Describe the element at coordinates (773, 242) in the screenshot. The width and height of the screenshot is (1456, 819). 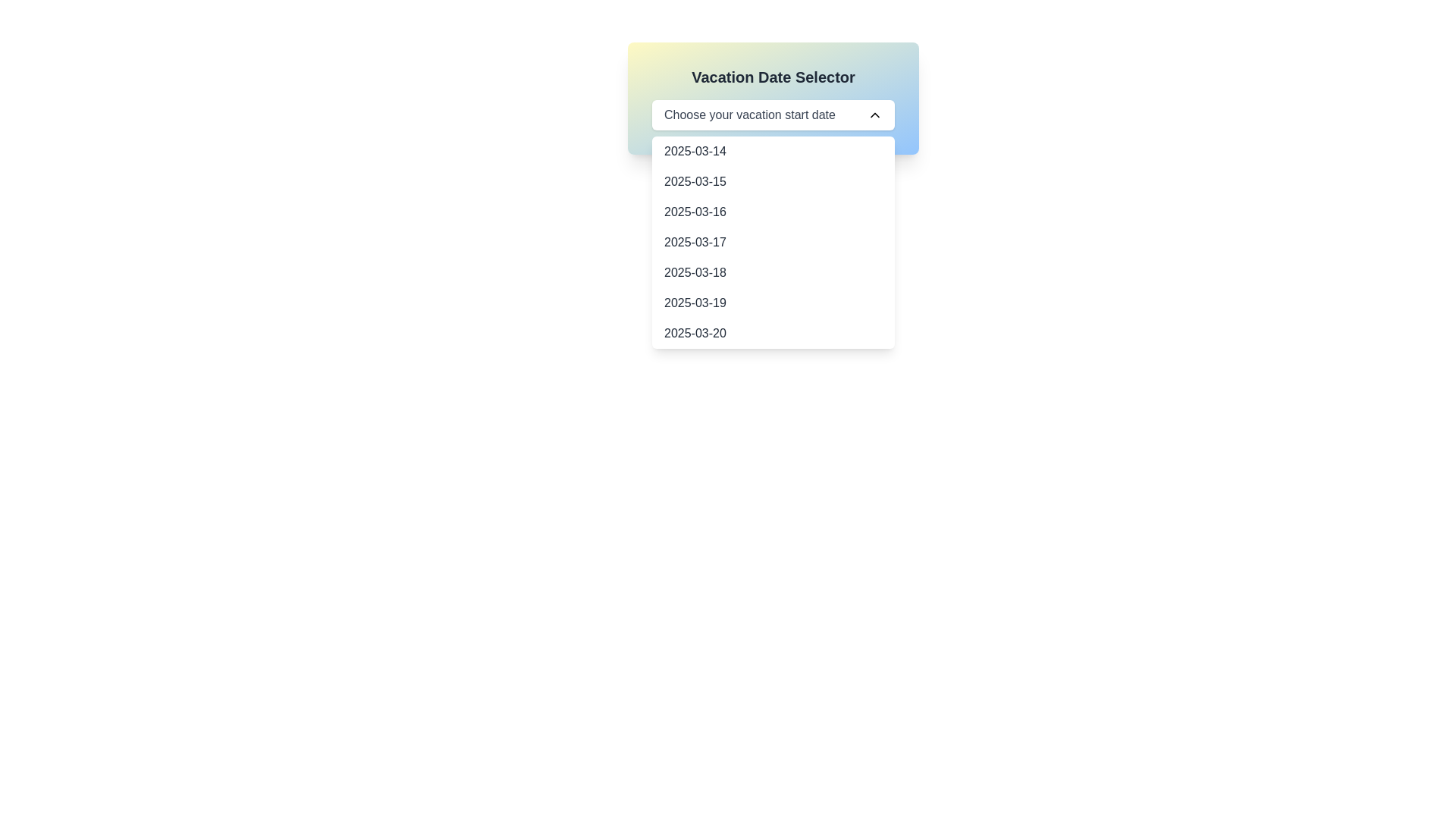
I see `the dates listed in the dropdown menu titled 'Choose your vacation start date' by clicking on it` at that location.